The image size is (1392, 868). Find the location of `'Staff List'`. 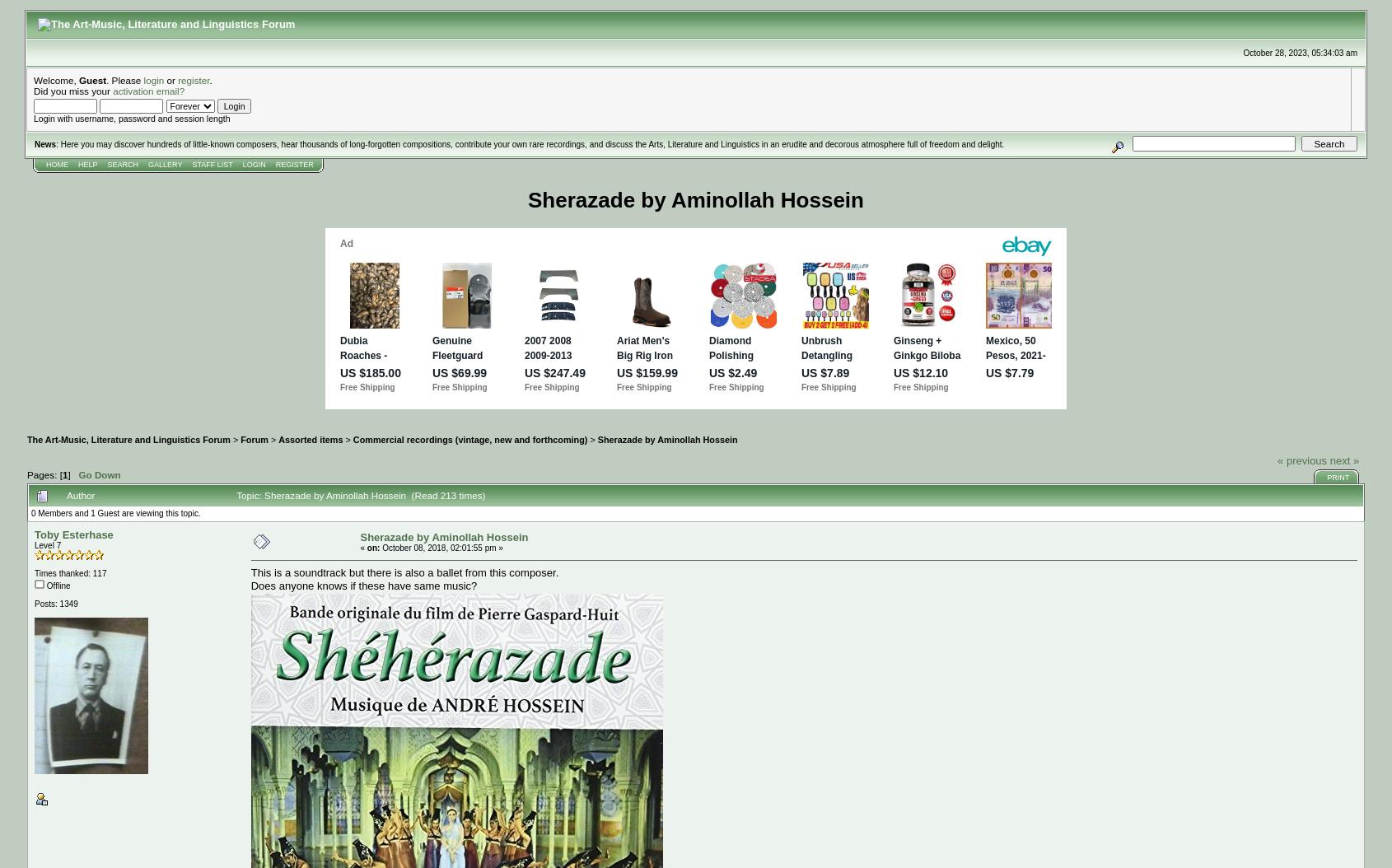

'Staff List' is located at coordinates (212, 164).